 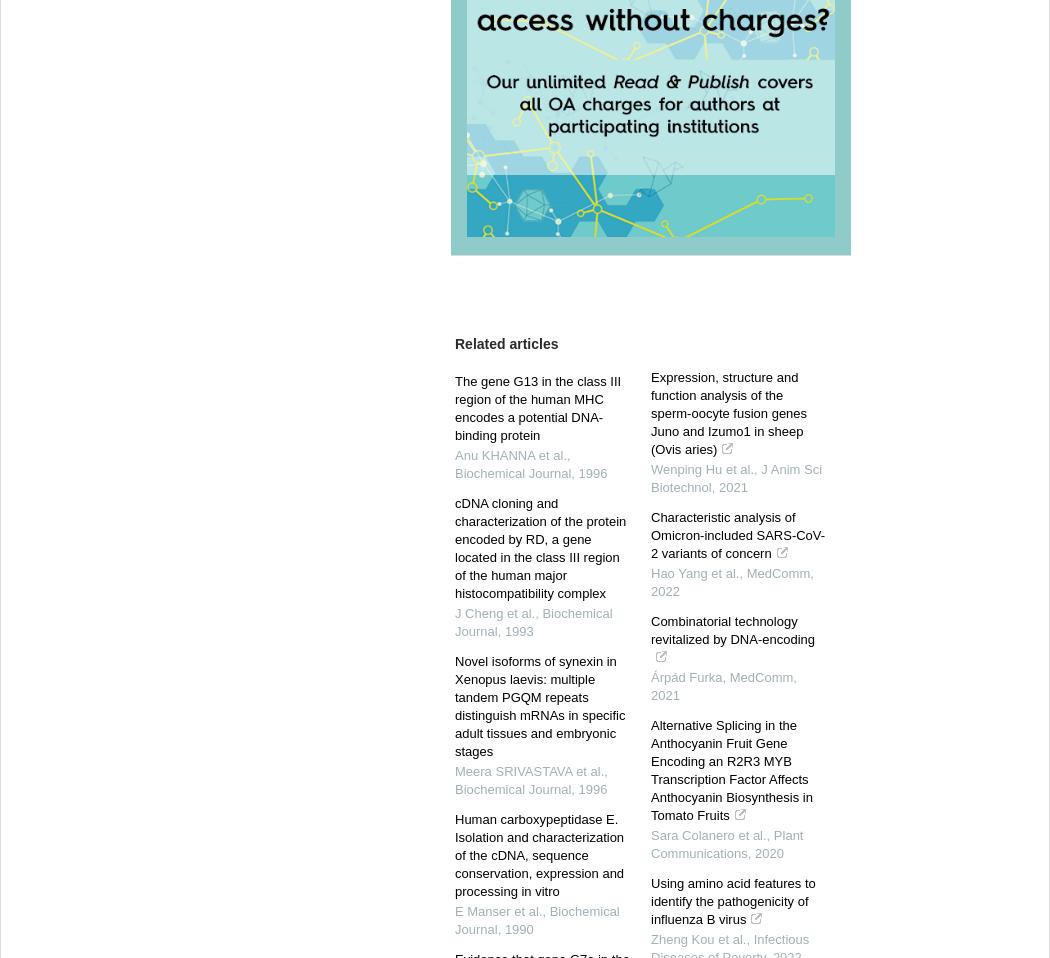 What do you see at coordinates (710, 834) in the screenshot?
I see `'Sara Colanero et al.,'` at bounding box center [710, 834].